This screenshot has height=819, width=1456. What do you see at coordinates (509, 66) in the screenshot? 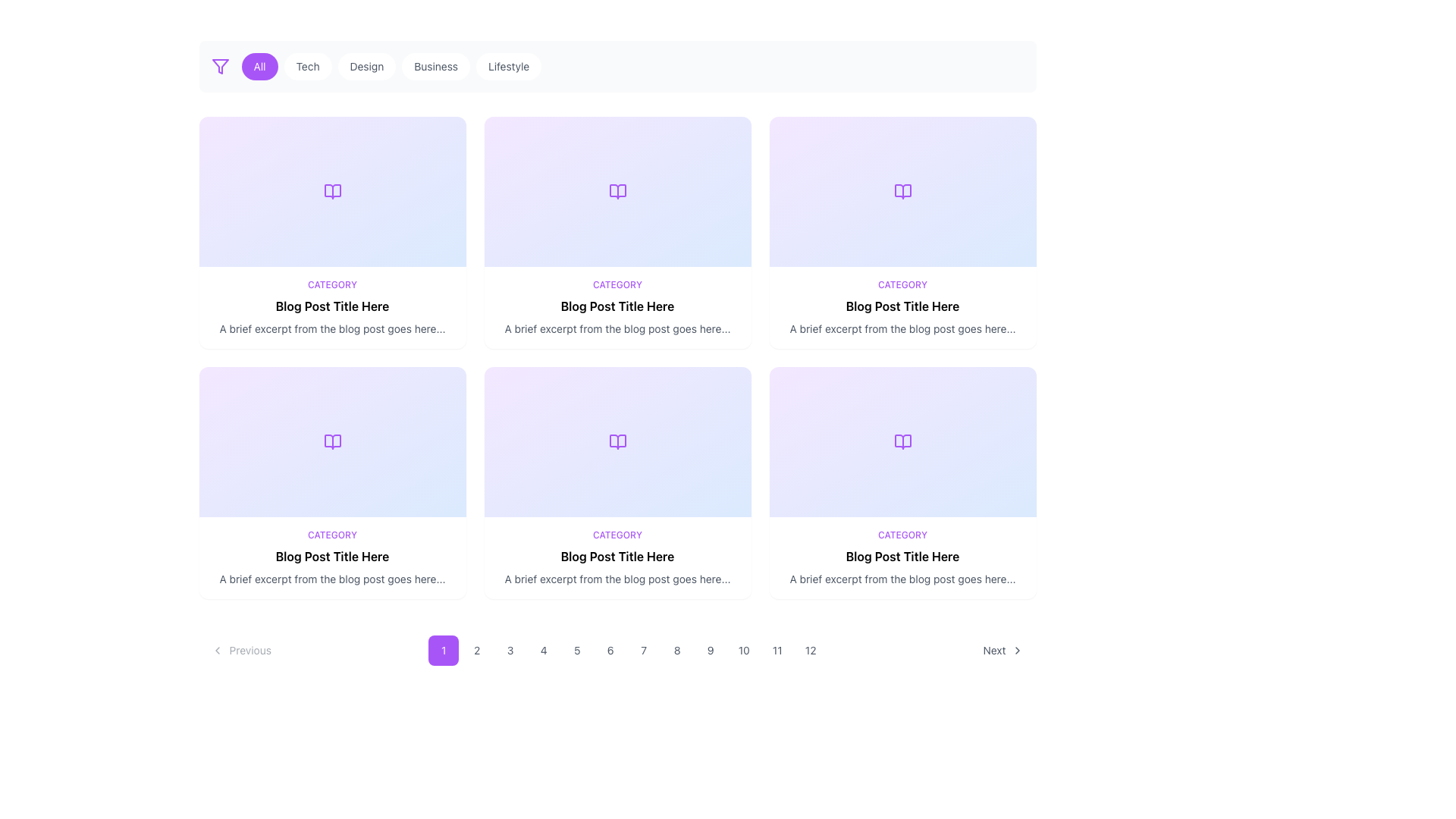
I see `the rounded rectangular button labeled 'Lifestyle' with gray text` at bounding box center [509, 66].